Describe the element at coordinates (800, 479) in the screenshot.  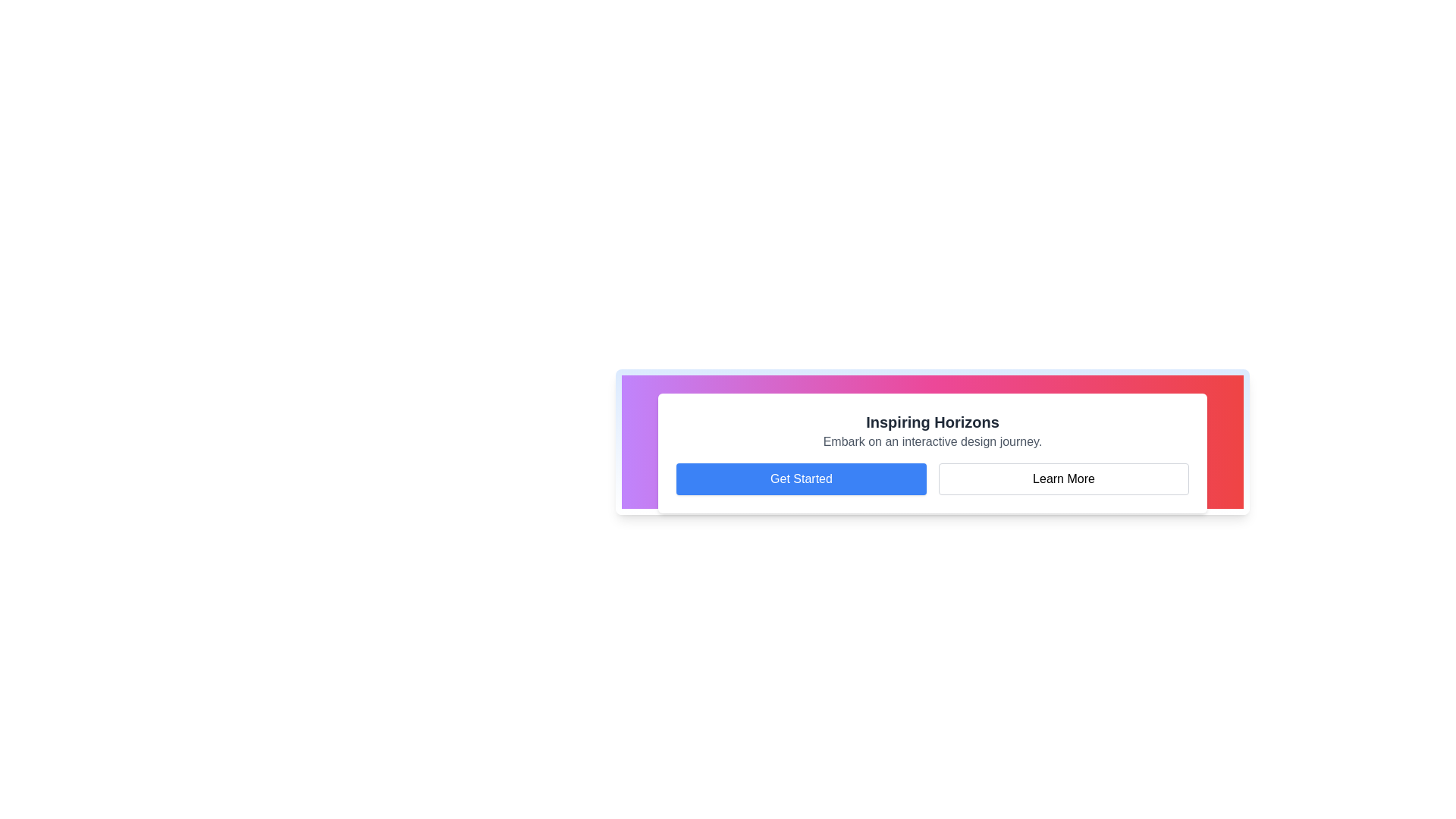
I see `the 'Get Started' button, which is the leftmost button in a horizontal layout, to activate its hover effect` at that location.